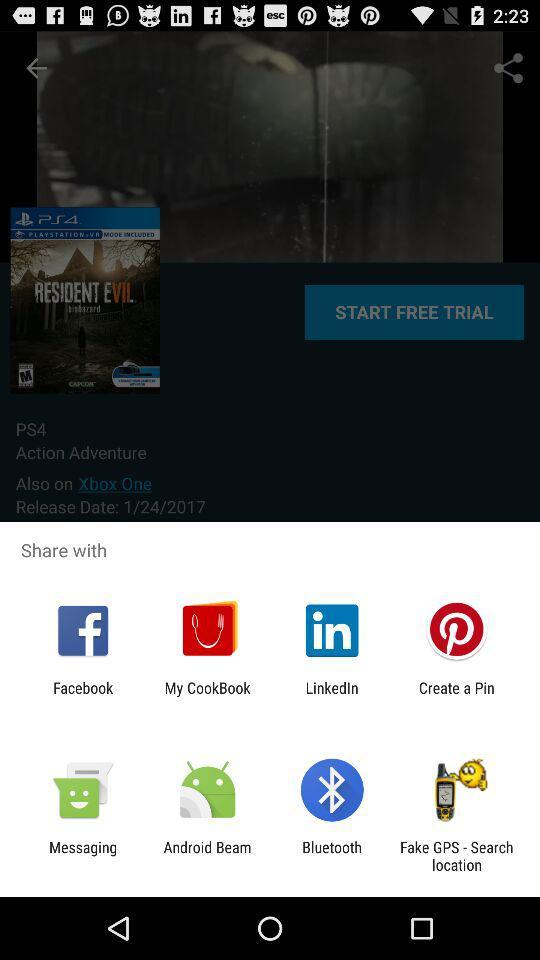  What do you see at coordinates (206, 855) in the screenshot?
I see `android beam app` at bounding box center [206, 855].